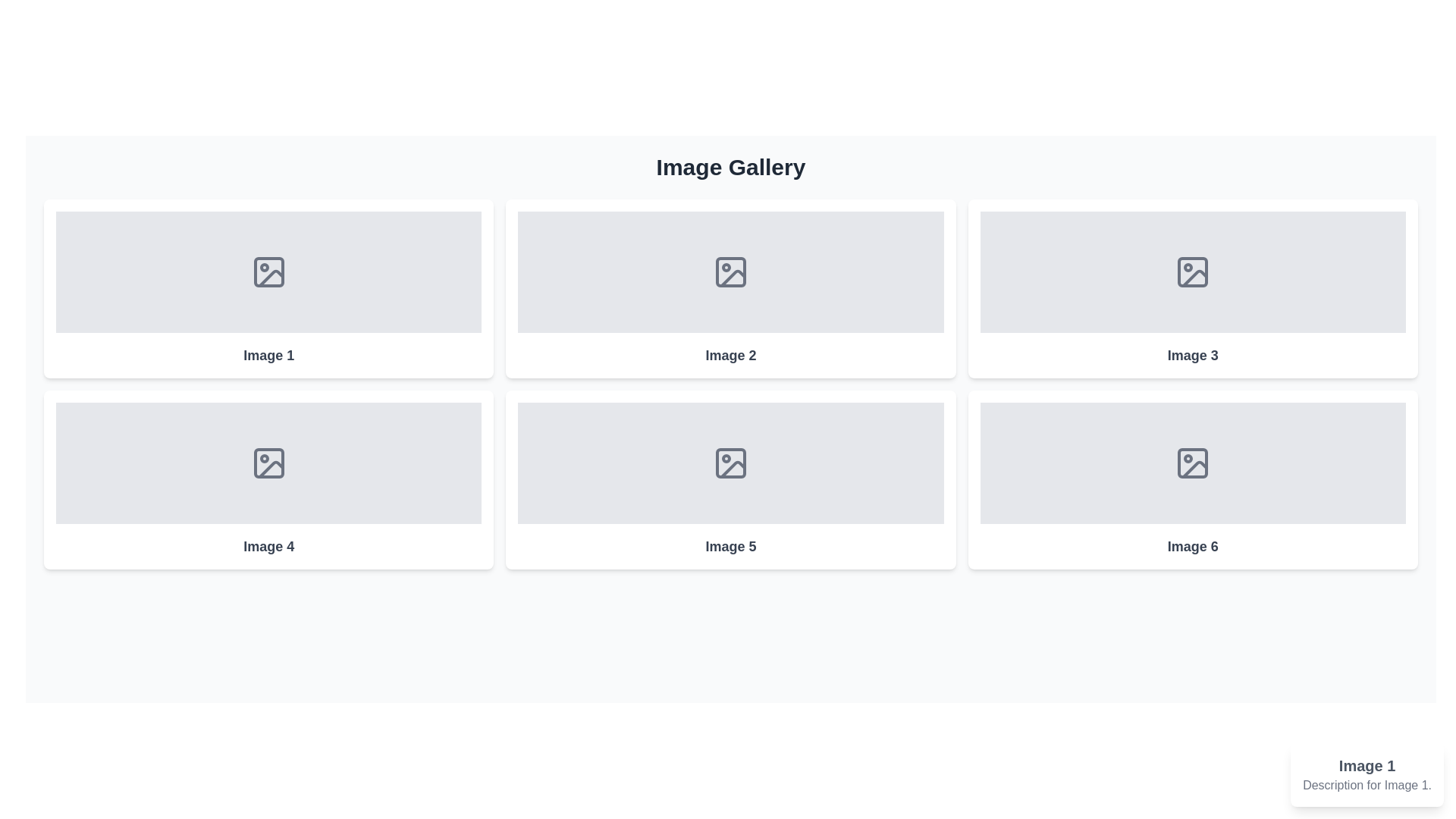 This screenshot has height=819, width=1456. Describe the element at coordinates (1192, 271) in the screenshot. I see `the icon resembling a picture frame located in the top-right corner of the third box labeled 'Image 3'` at that location.